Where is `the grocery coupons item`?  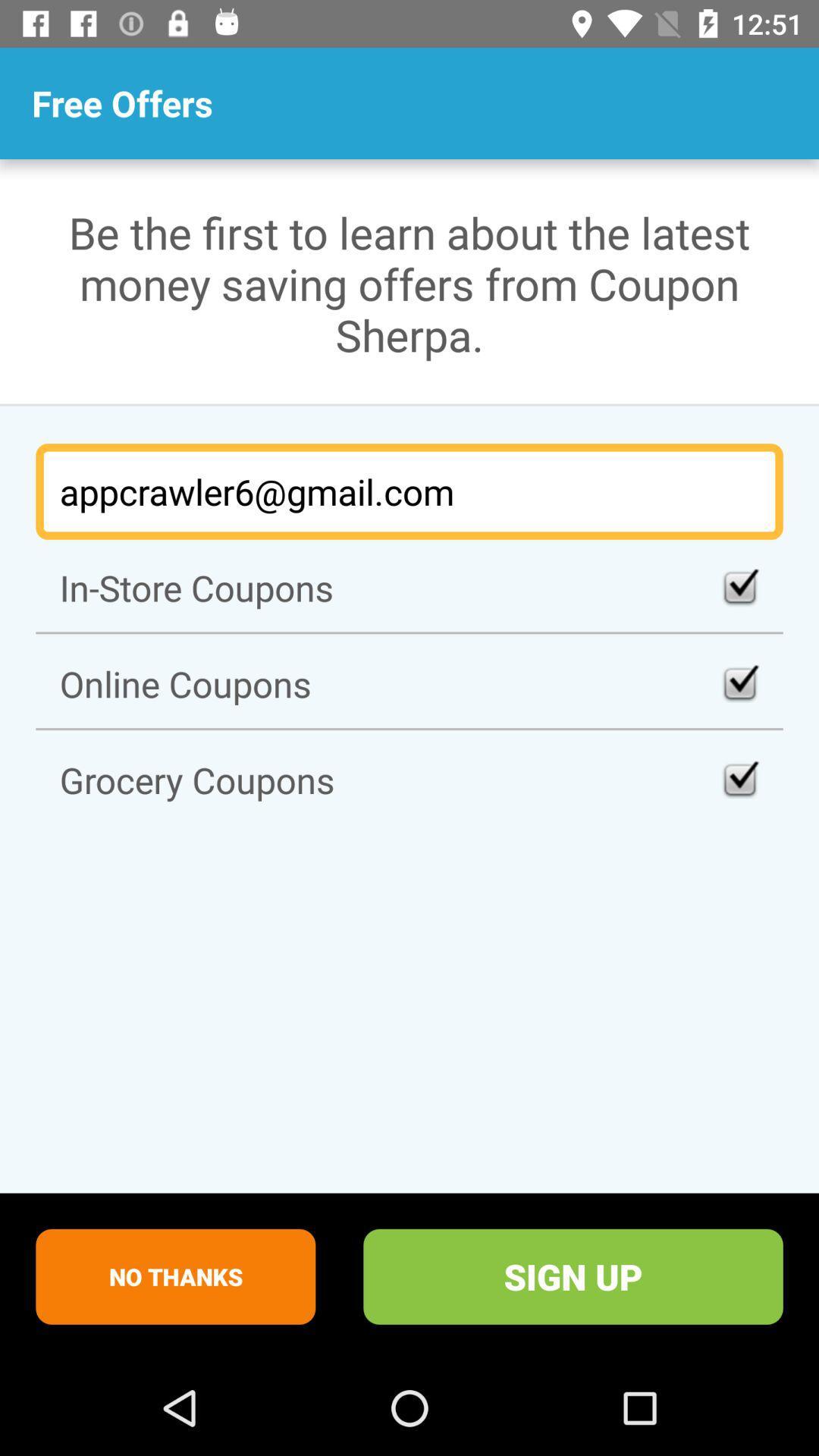
the grocery coupons item is located at coordinates (409, 780).